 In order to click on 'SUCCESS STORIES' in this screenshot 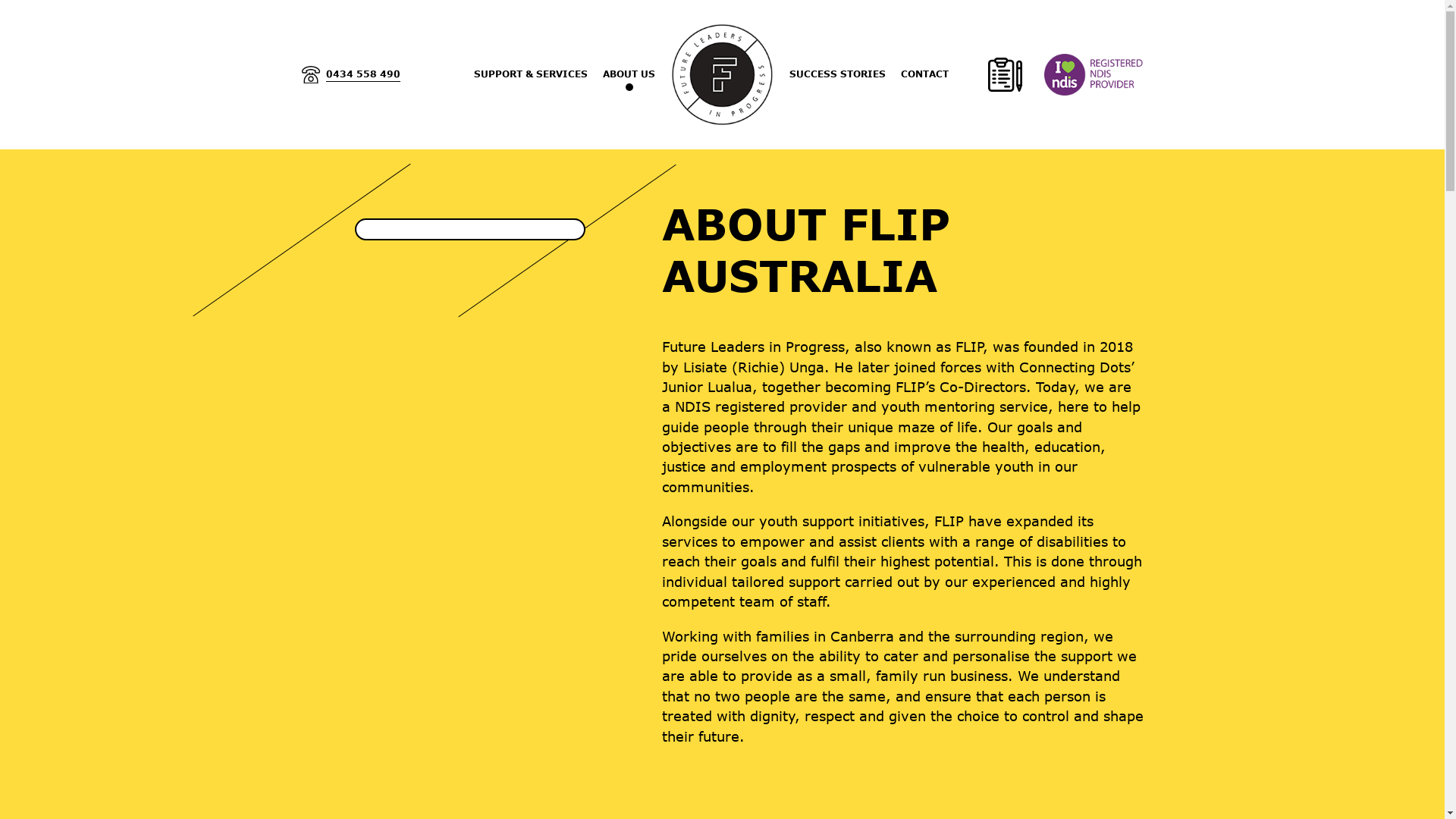, I will do `click(836, 74)`.